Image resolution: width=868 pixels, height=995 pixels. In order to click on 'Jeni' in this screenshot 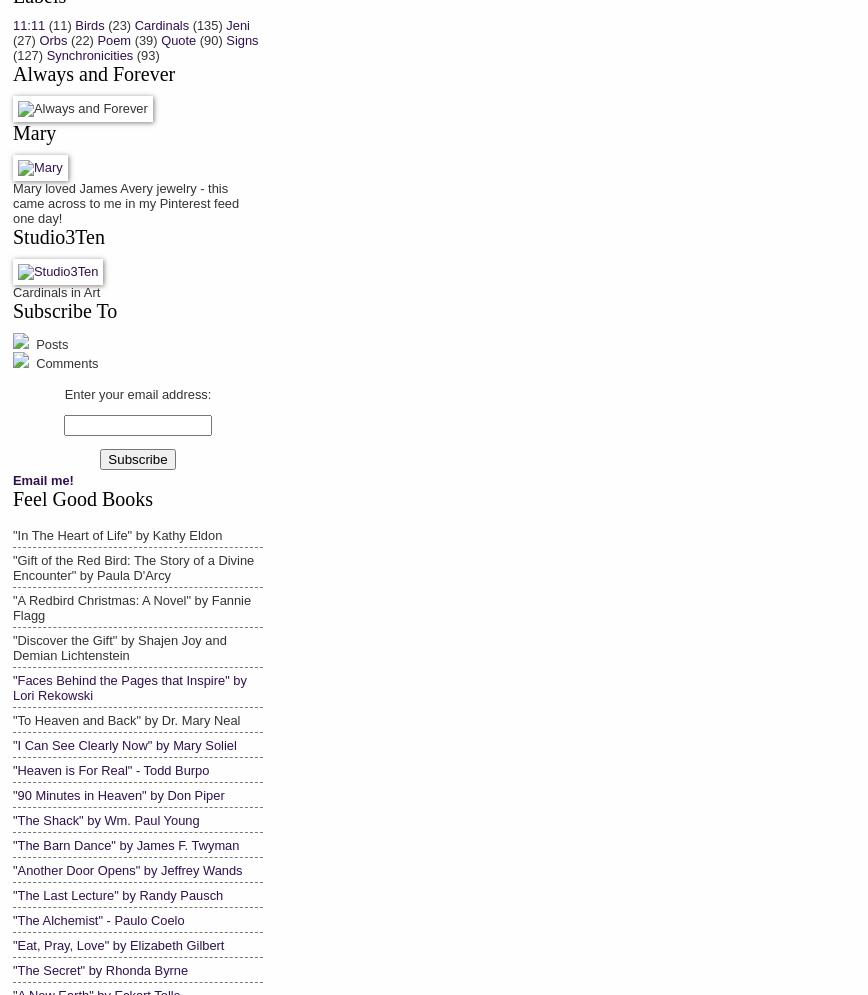, I will do `click(237, 24)`.